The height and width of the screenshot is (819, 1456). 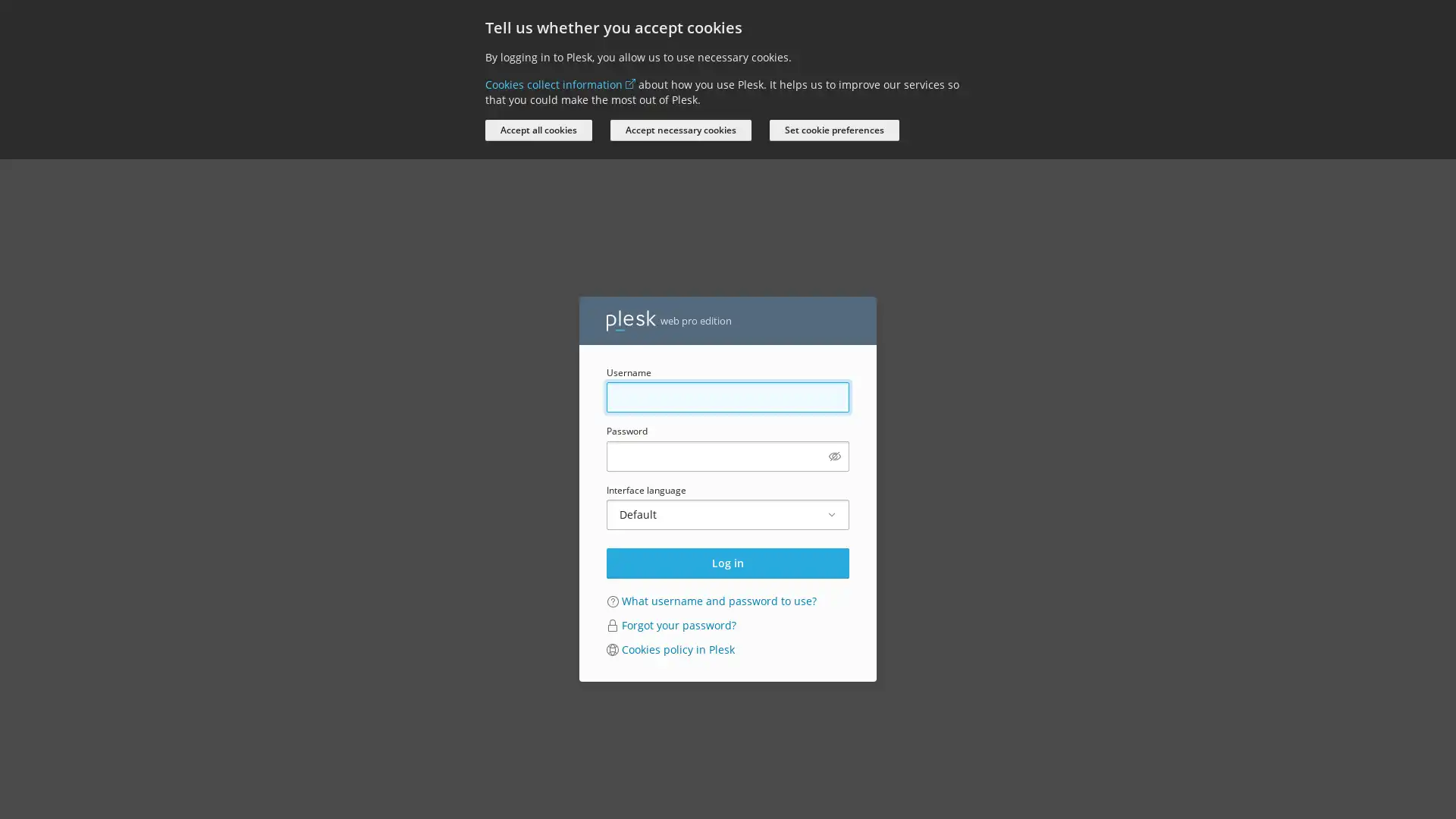 I want to click on Log in, so click(x=728, y=562).